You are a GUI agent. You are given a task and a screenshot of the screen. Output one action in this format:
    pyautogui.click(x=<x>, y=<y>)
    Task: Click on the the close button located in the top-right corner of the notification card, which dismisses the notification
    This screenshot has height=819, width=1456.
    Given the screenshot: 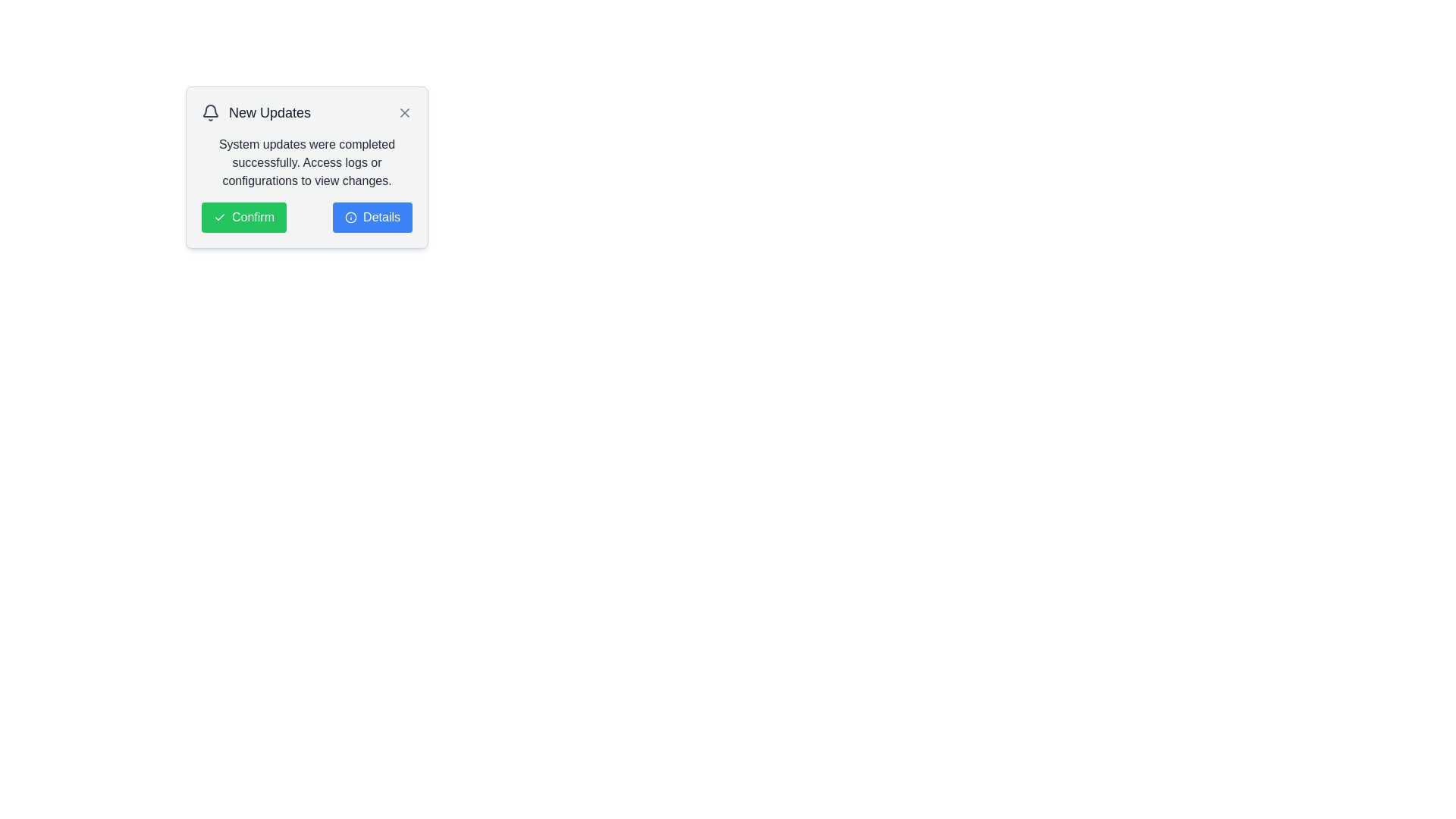 What is the action you would take?
    pyautogui.click(x=404, y=112)
    